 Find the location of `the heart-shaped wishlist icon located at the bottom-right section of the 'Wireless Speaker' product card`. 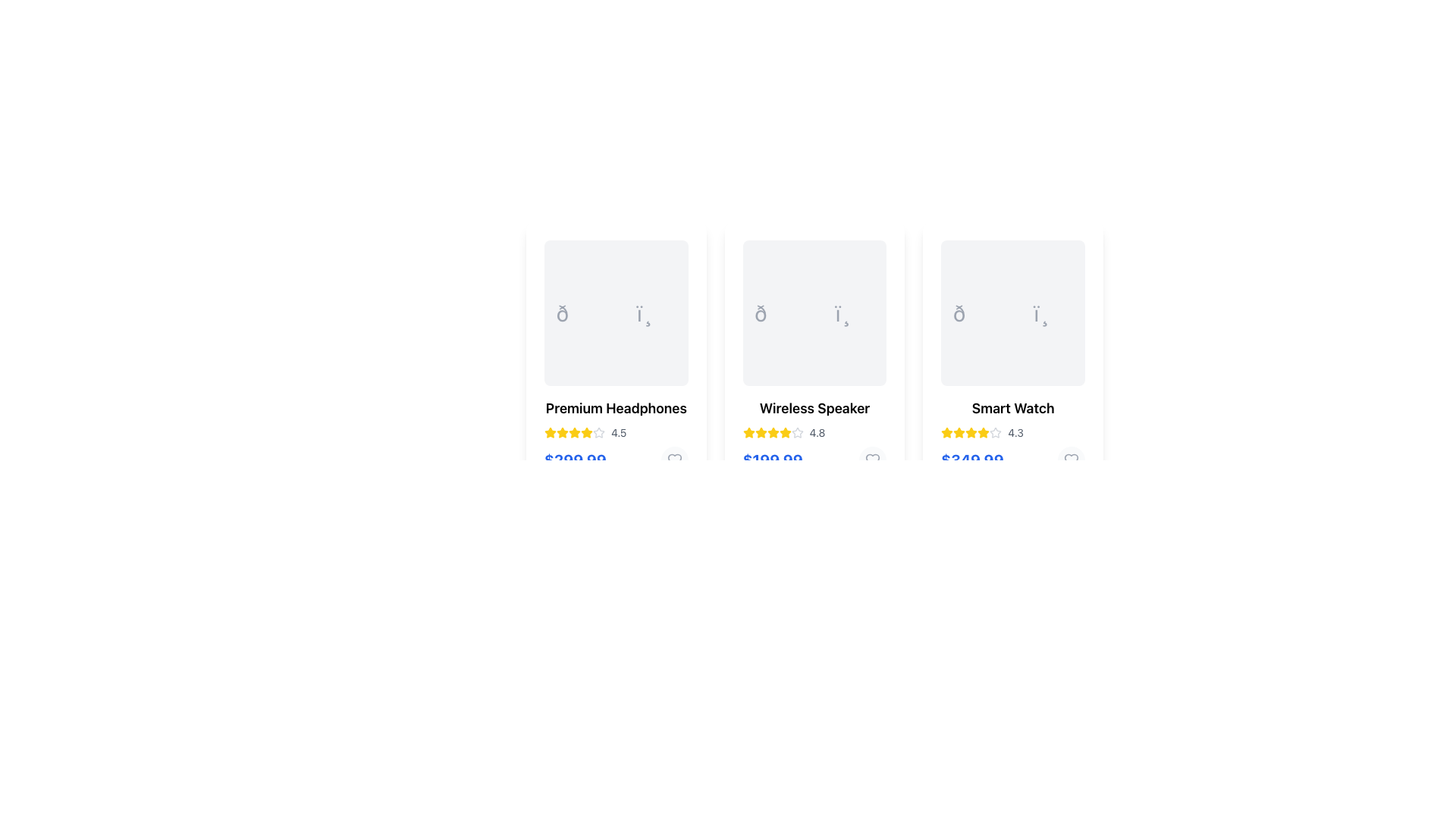

the heart-shaped wishlist icon located at the bottom-right section of the 'Wireless Speaker' product card is located at coordinates (873, 459).